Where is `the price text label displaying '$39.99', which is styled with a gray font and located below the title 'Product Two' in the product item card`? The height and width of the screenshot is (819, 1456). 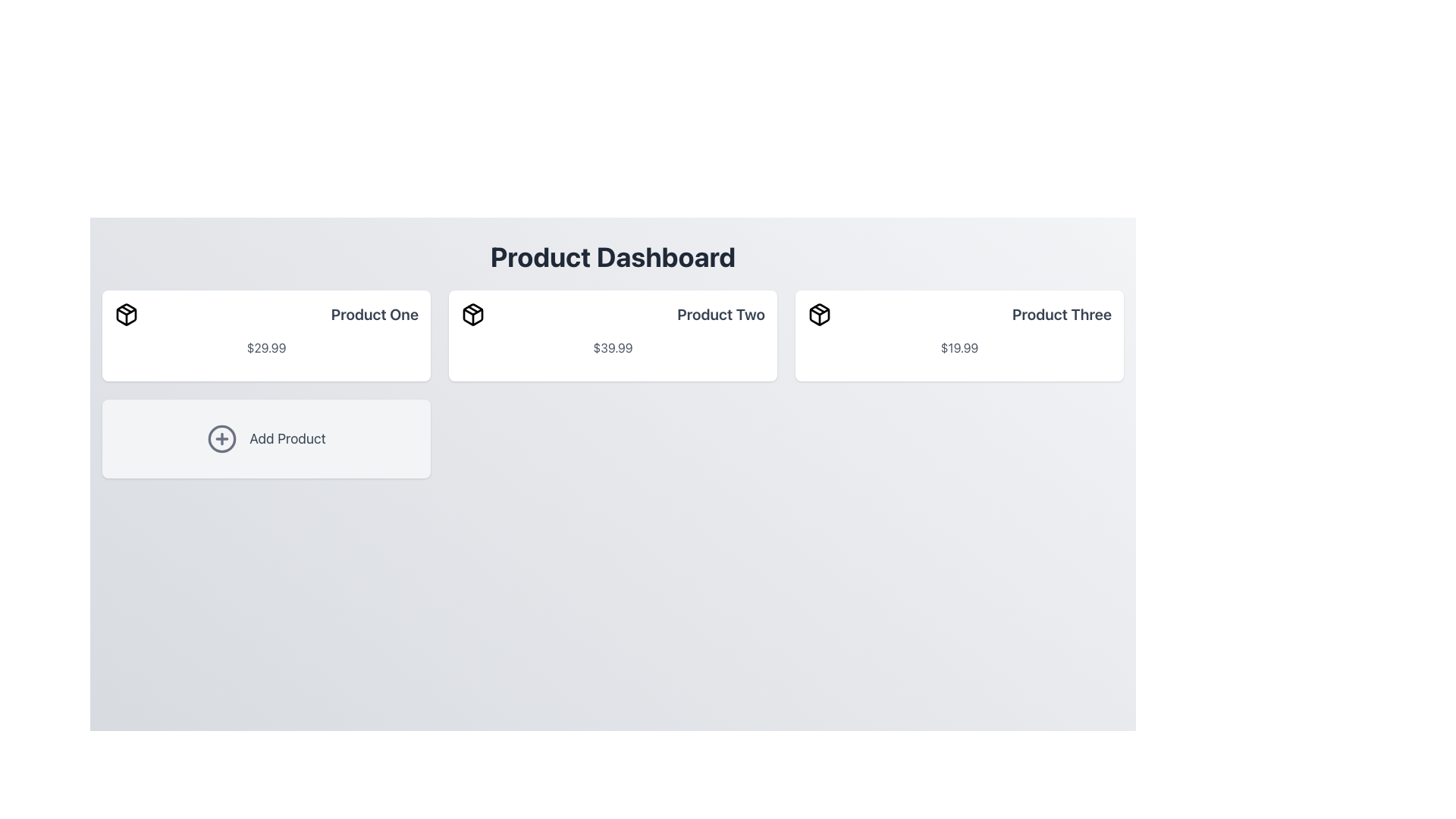
the price text label displaying '$39.99', which is styled with a gray font and located below the title 'Product Two' in the product item card is located at coordinates (613, 348).